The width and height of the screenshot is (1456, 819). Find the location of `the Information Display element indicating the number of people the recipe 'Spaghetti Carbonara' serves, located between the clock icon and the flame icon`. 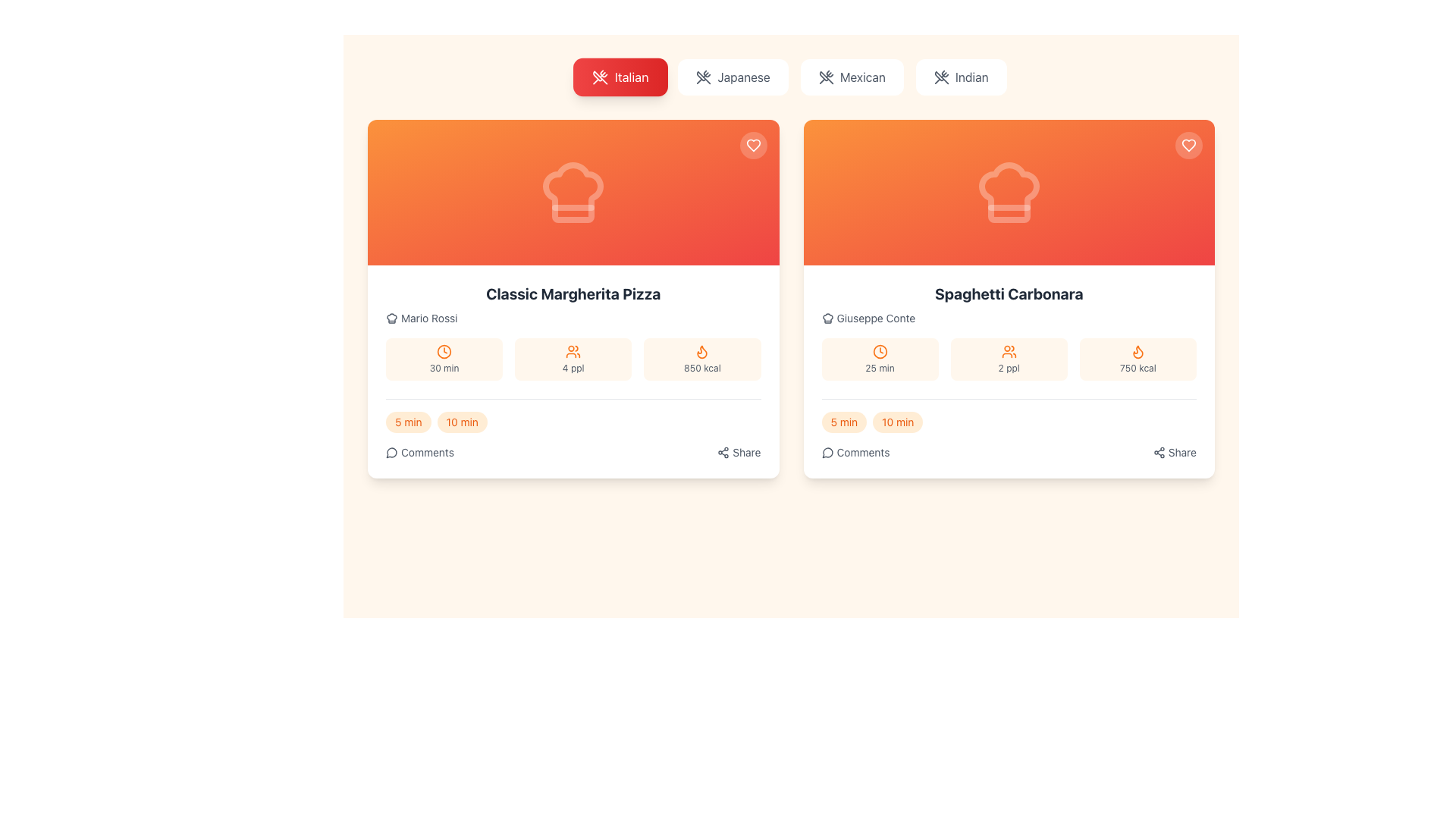

the Information Display element indicating the number of people the recipe 'Spaghetti Carbonara' serves, located between the clock icon and the flame icon is located at coordinates (1009, 359).